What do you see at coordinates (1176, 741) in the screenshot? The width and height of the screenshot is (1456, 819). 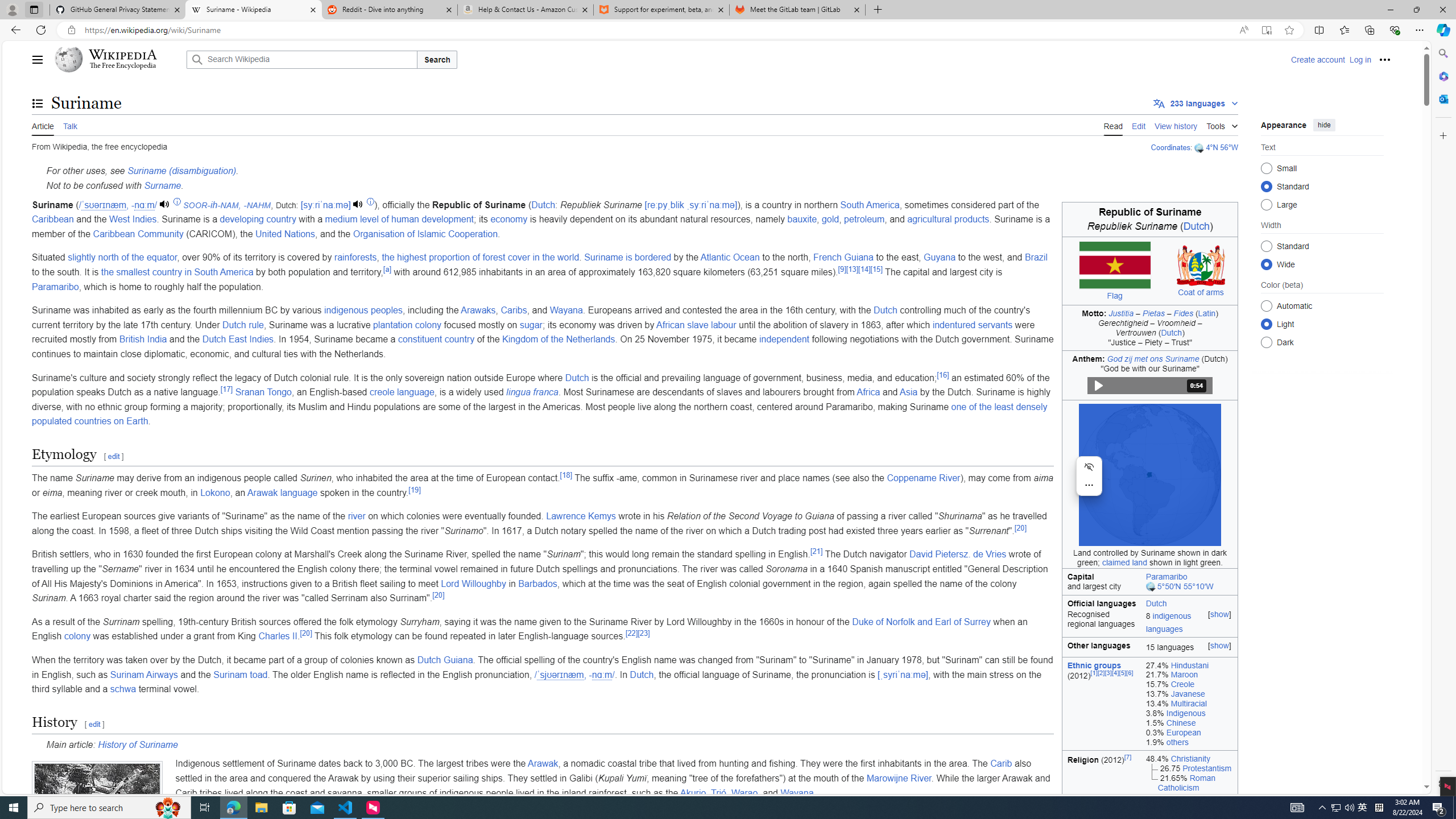 I see `'others'` at bounding box center [1176, 741].